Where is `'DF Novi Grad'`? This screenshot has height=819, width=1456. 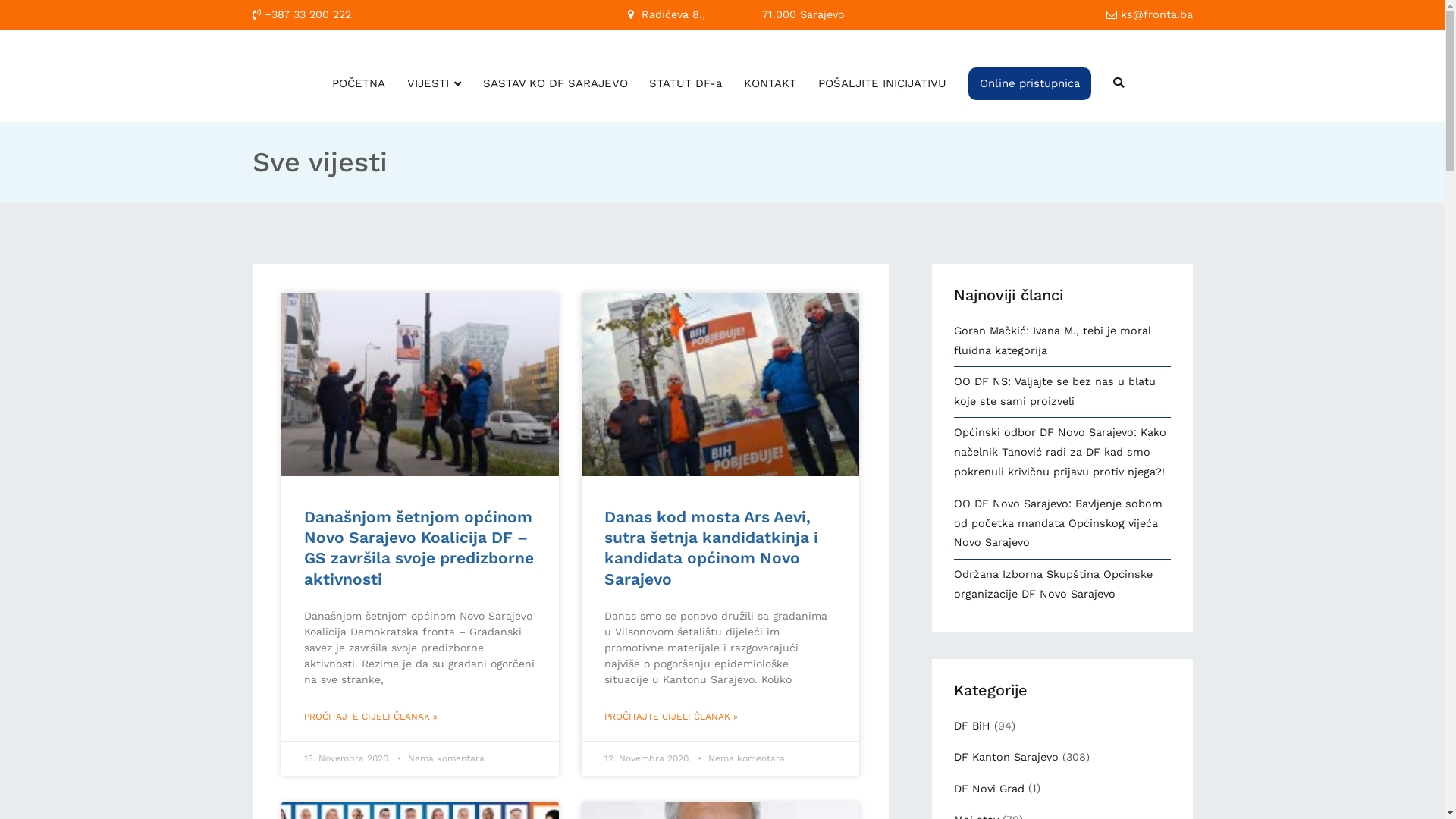 'DF Novi Grad' is located at coordinates (989, 788).